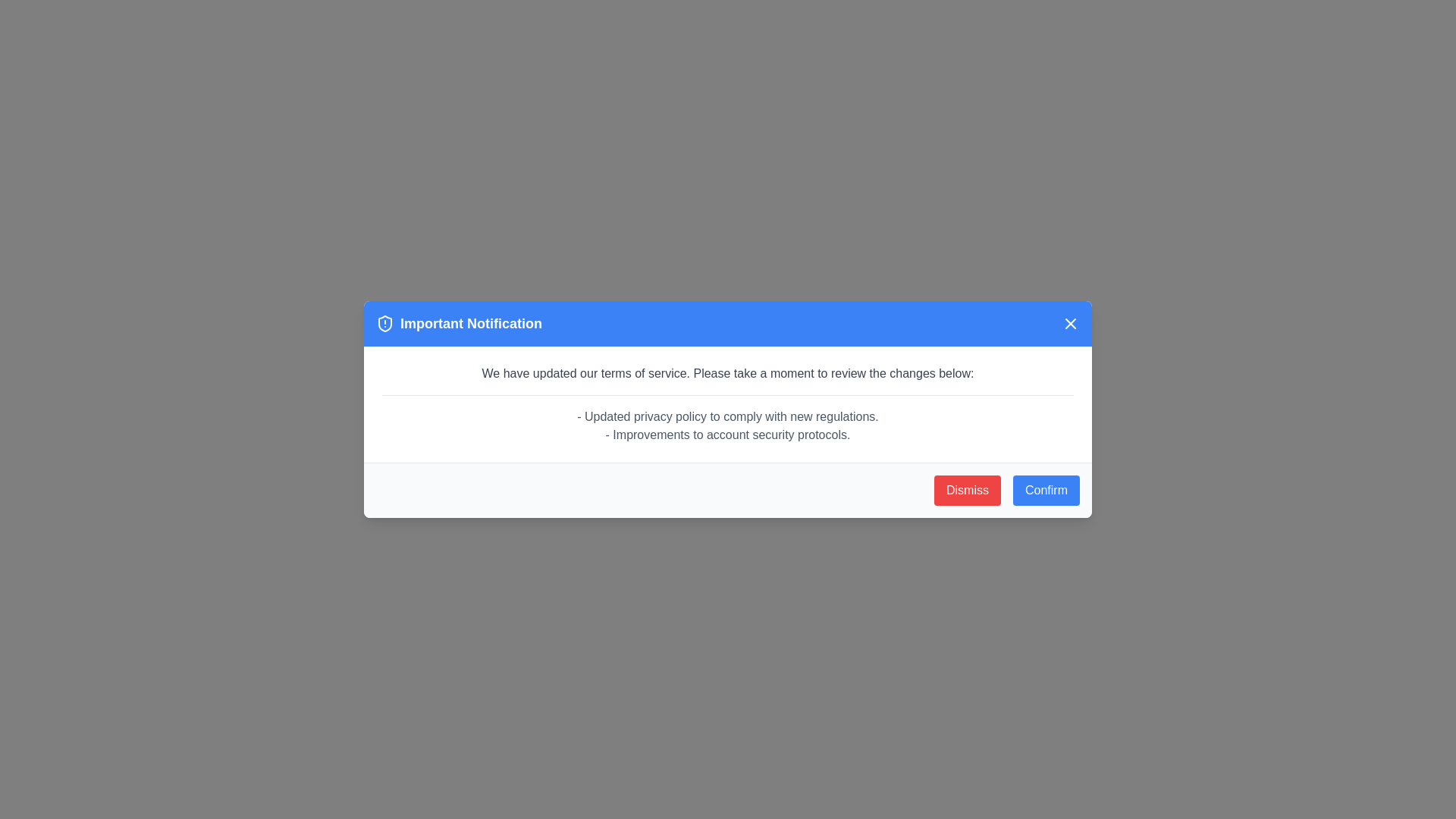 The width and height of the screenshot is (1456, 819). I want to click on the 'Dismiss' button to close the notification, so click(967, 491).